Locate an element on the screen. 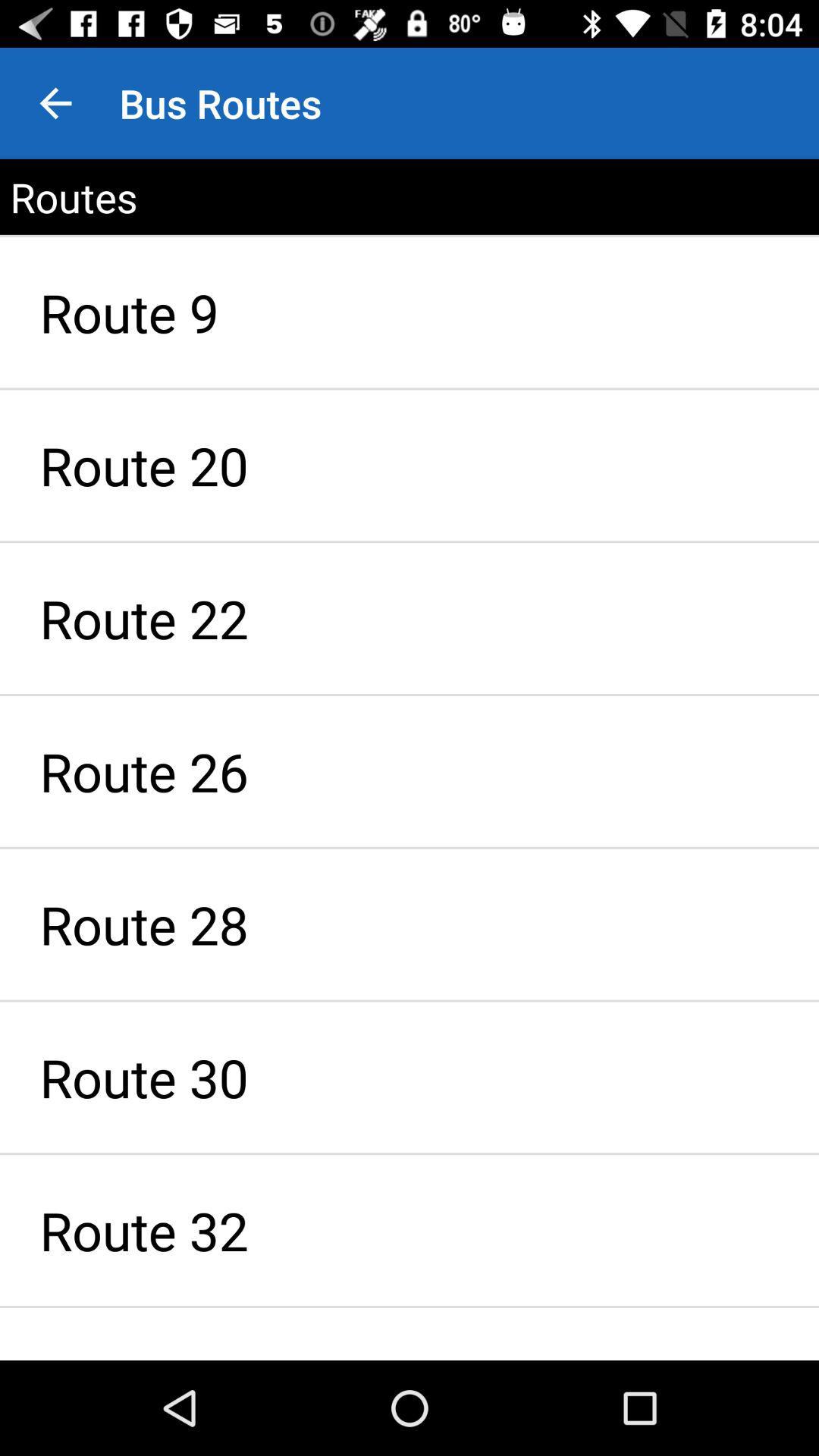 This screenshot has height=1456, width=819. the route 22 is located at coordinates (409, 618).